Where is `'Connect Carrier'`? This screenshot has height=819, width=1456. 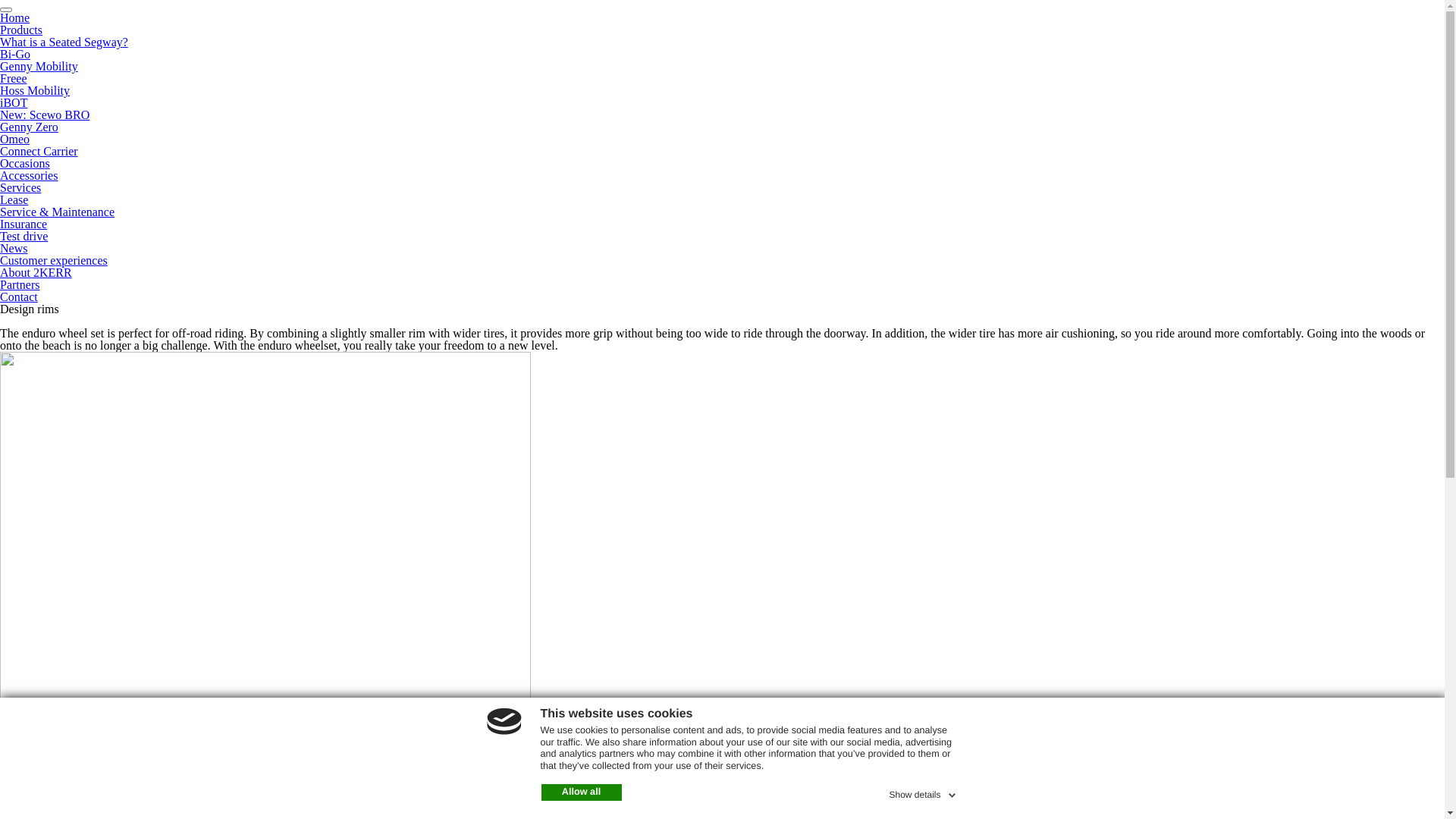 'Connect Carrier' is located at coordinates (39, 151).